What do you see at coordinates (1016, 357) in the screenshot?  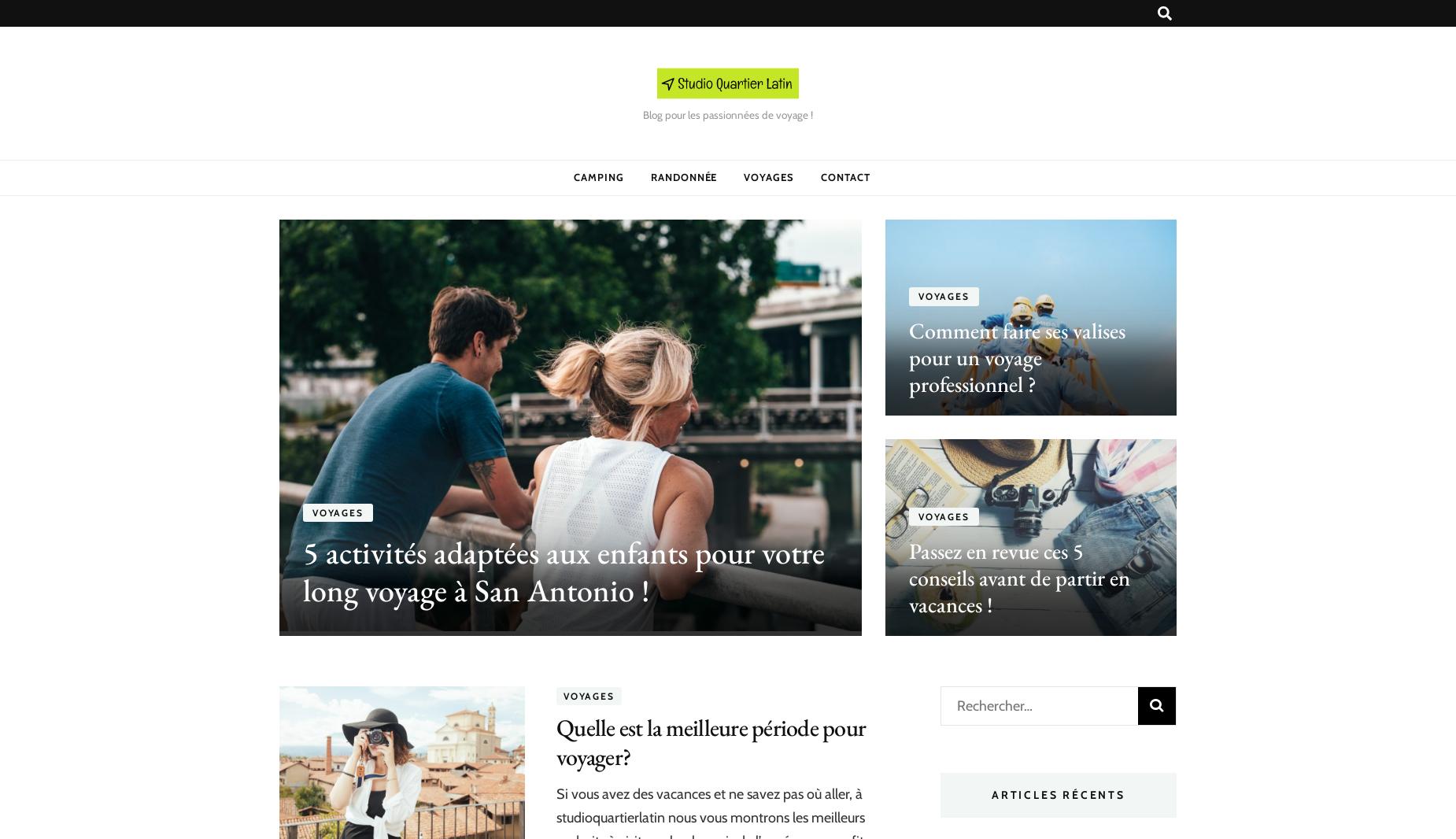 I see `'Comment faire ses valises pour un voyage professionnel ?'` at bounding box center [1016, 357].